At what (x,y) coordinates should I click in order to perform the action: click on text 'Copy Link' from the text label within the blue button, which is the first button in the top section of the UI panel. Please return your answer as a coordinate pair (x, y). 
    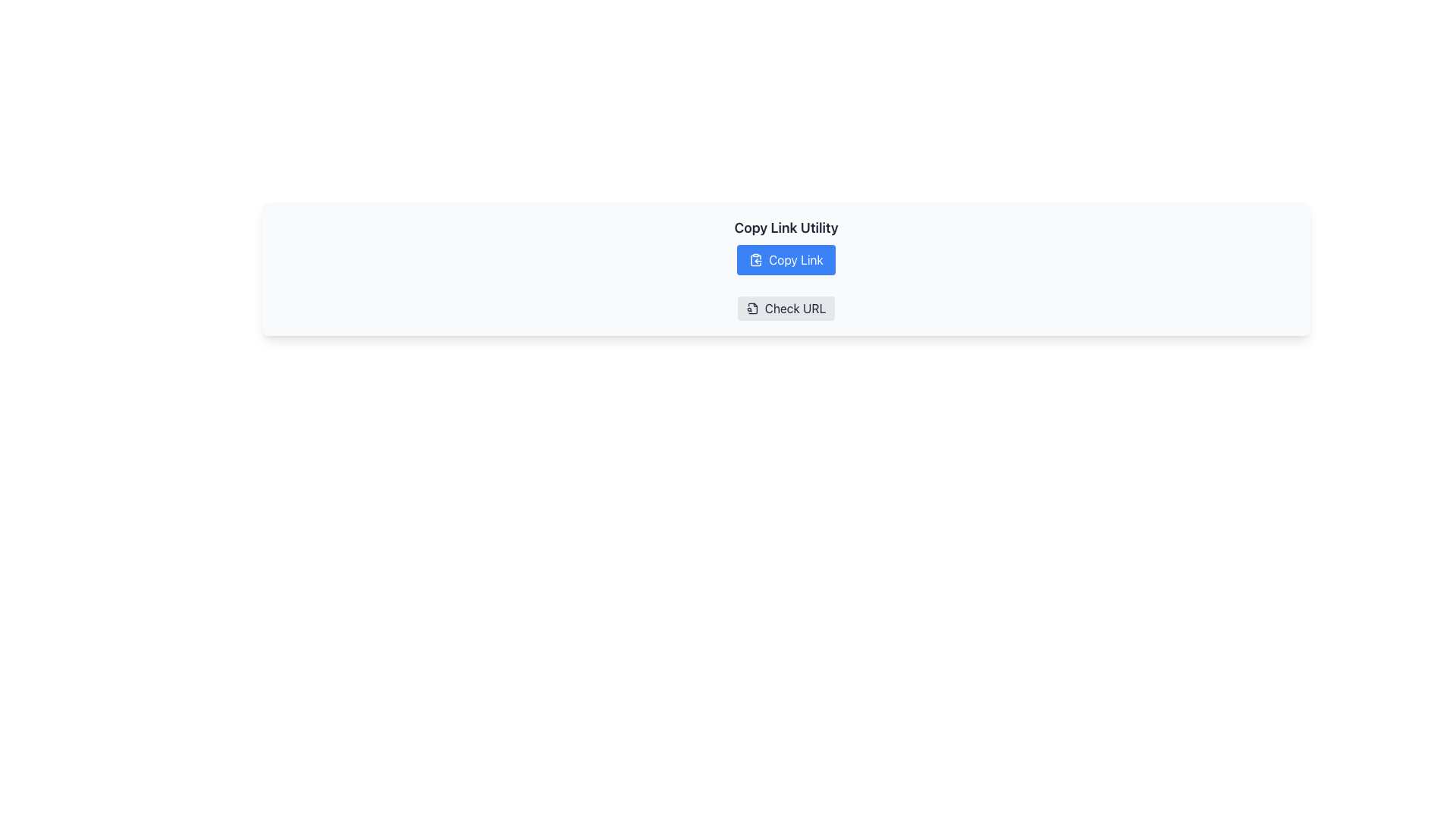
    Looking at the image, I should click on (795, 259).